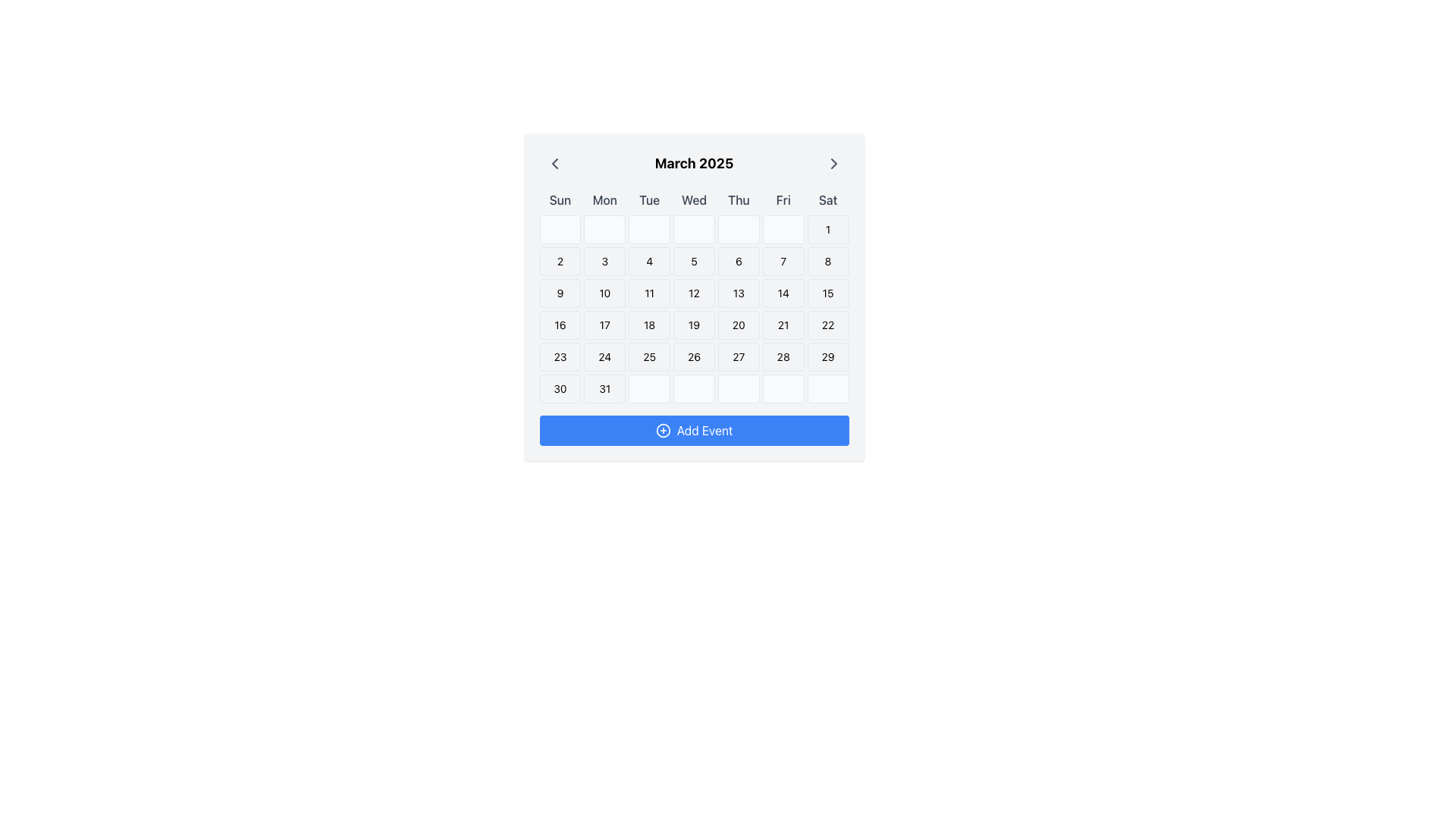 The height and width of the screenshot is (819, 1456). What do you see at coordinates (827, 388) in the screenshot?
I see `the last cell in the calendar grid, which serves as a visual placeholder and is positioned to the far right, representing Saturday of the last row` at bounding box center [827, 388].